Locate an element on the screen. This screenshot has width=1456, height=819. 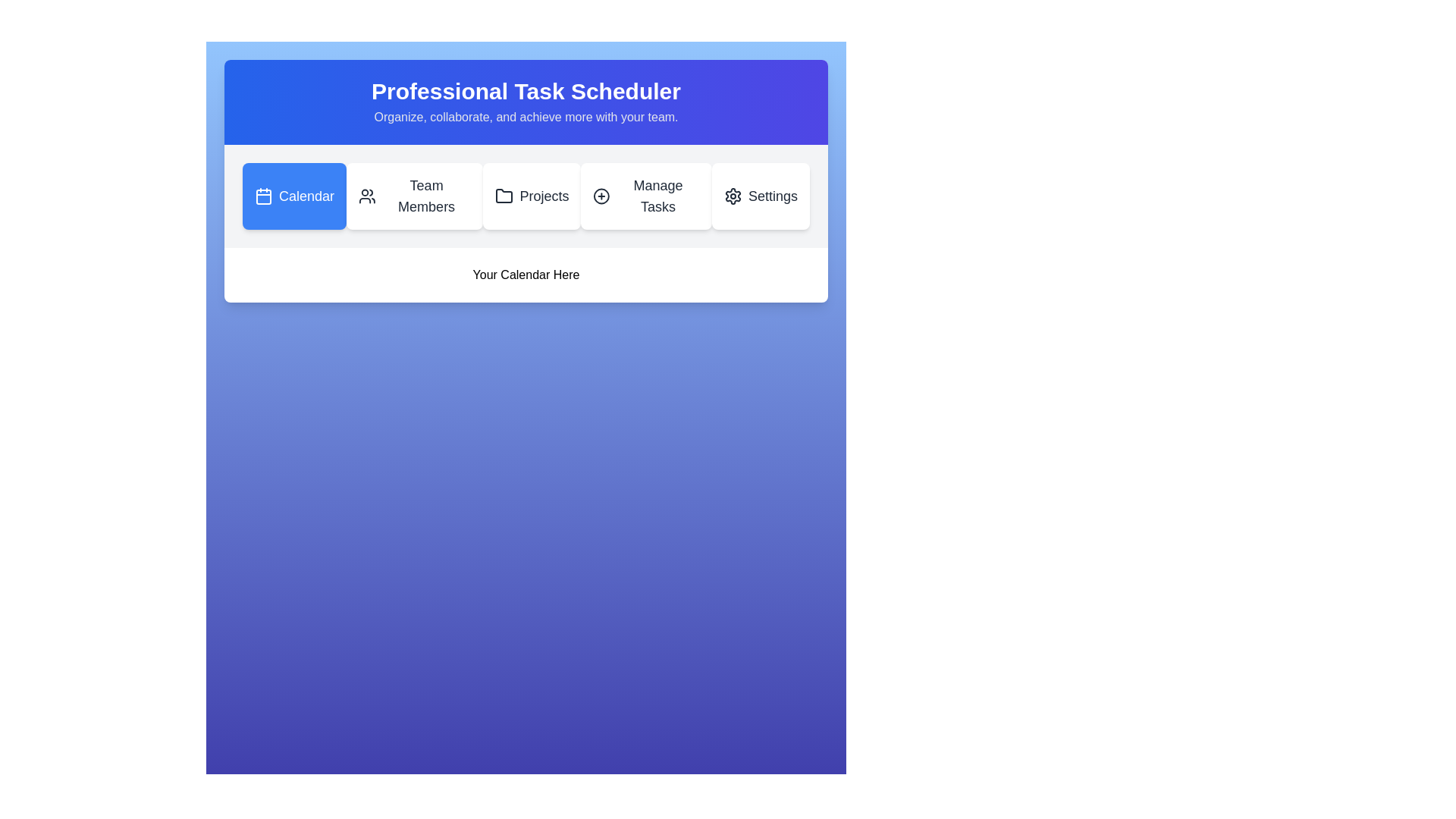
the gear-shaped icon that represents the settings option, located within the 'Settings' button at the top right of the navigation section is located at coordinates (733, 195).